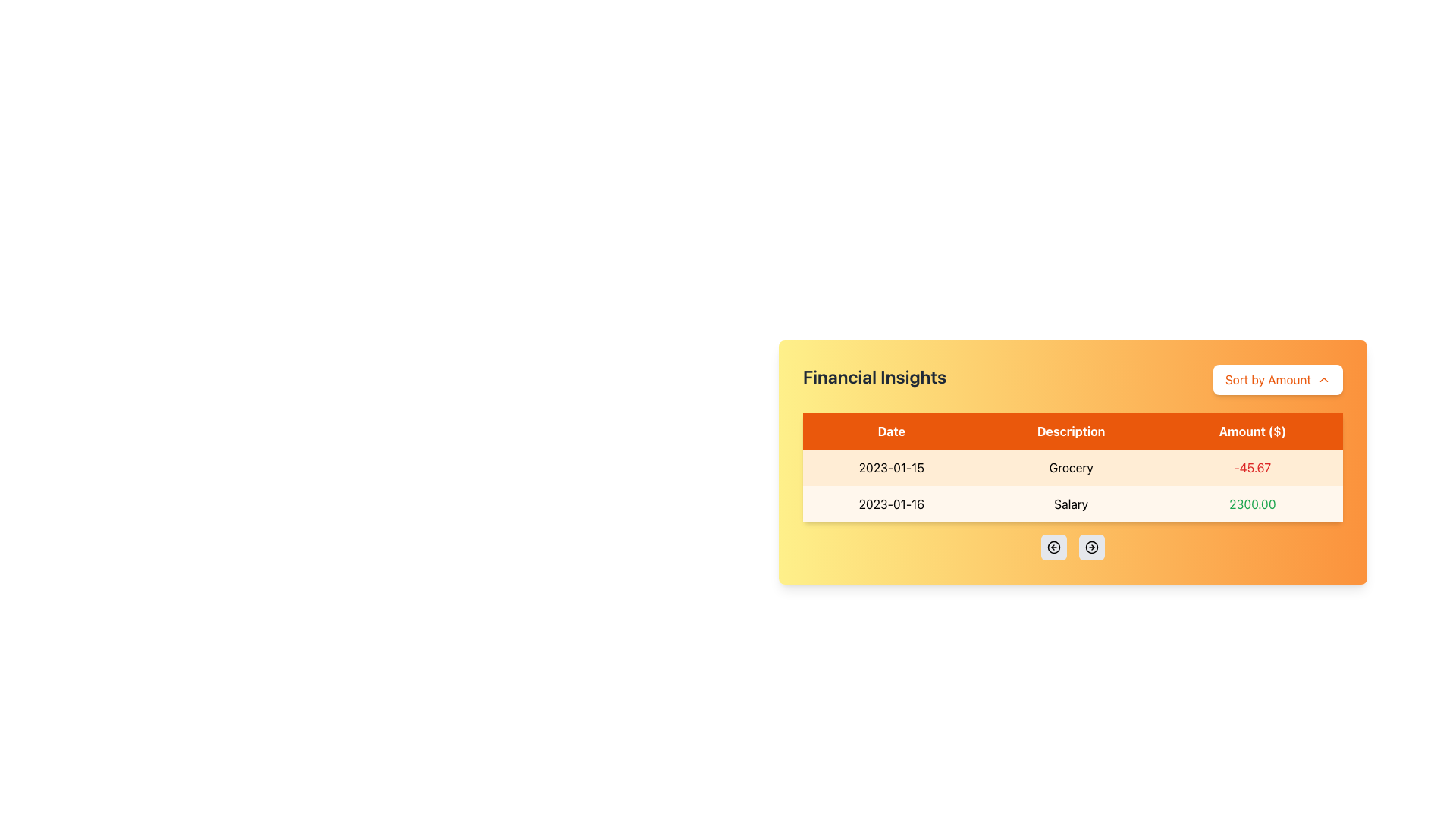 The height and width of the screenshot is (819, 1456). What do you see at coordinates (891, 467) in the screenshot?
I see `the date element displaying '2023-01-15' in the first row of the table under the 'Date' column` at bounding box center [891, 467].